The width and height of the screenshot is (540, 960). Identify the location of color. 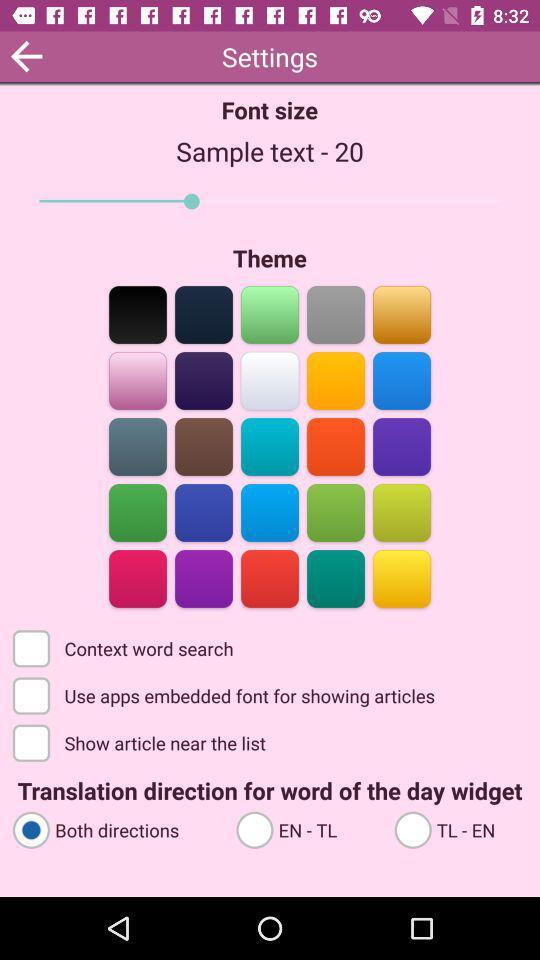
(137, 577).